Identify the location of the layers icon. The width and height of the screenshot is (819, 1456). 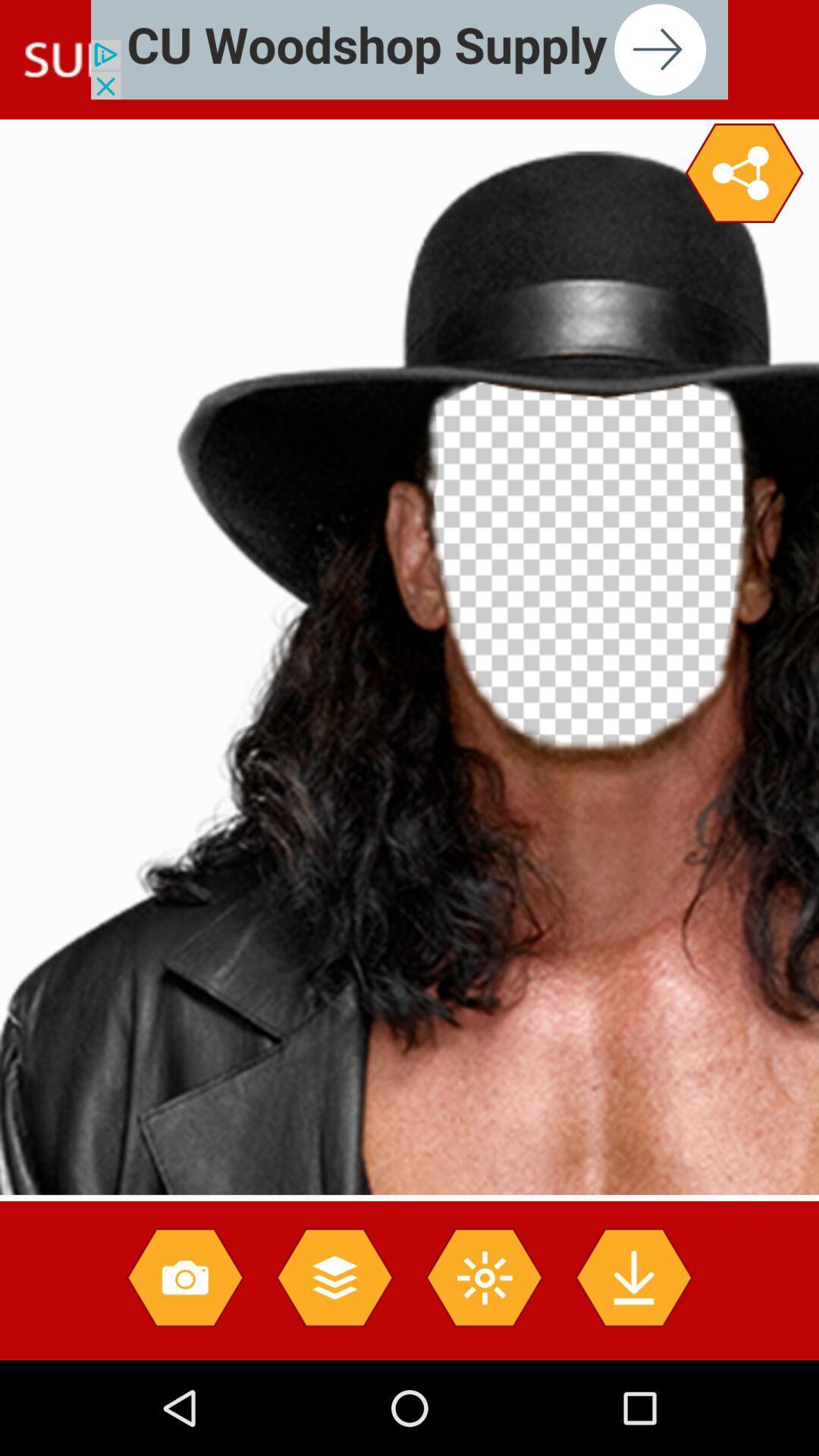
(334, 1276).